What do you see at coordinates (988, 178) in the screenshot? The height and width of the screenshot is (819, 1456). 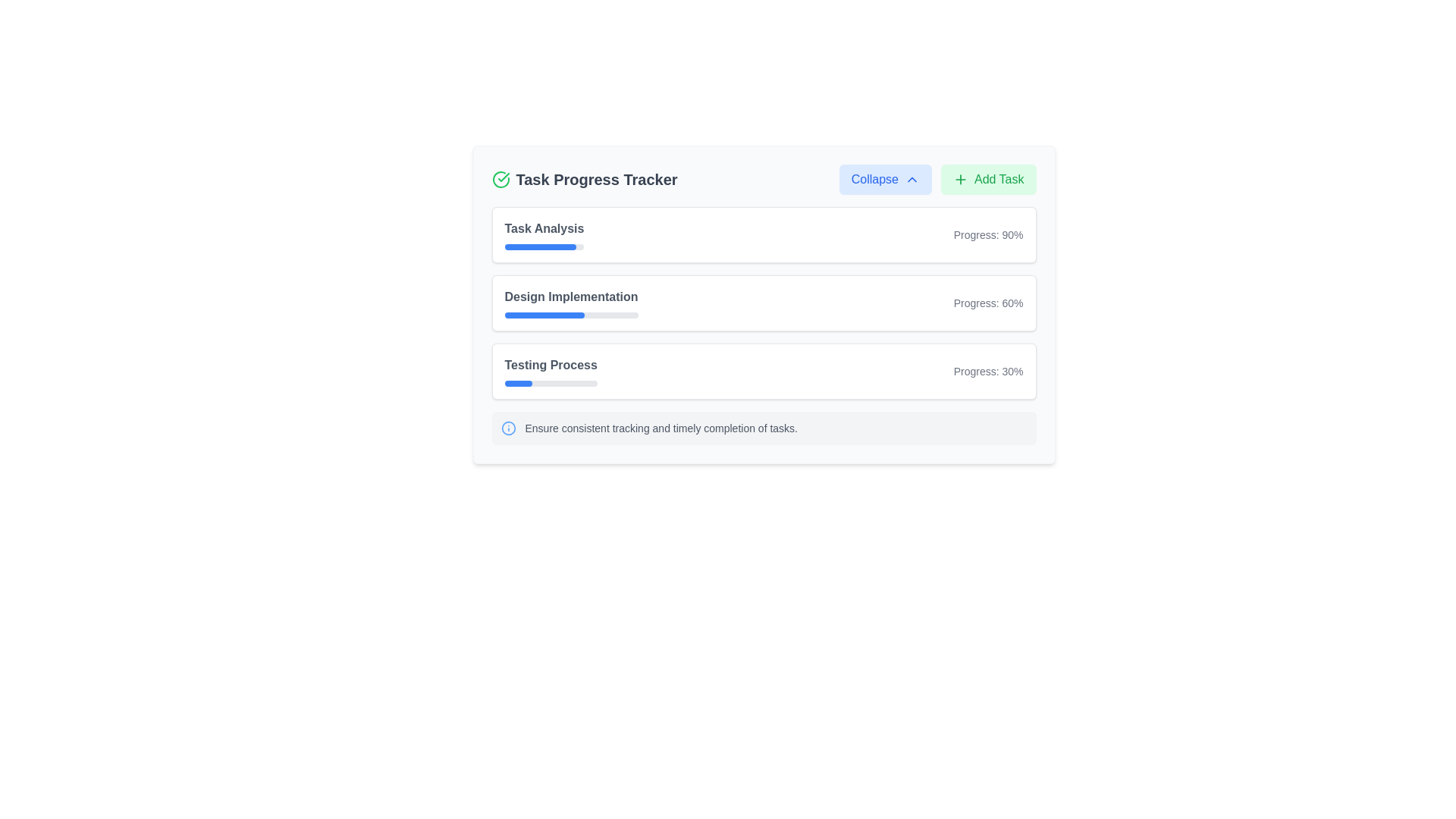 I see `the green rectangular 'Add Task' button with a plus icon` at bounding box center [988, 178].